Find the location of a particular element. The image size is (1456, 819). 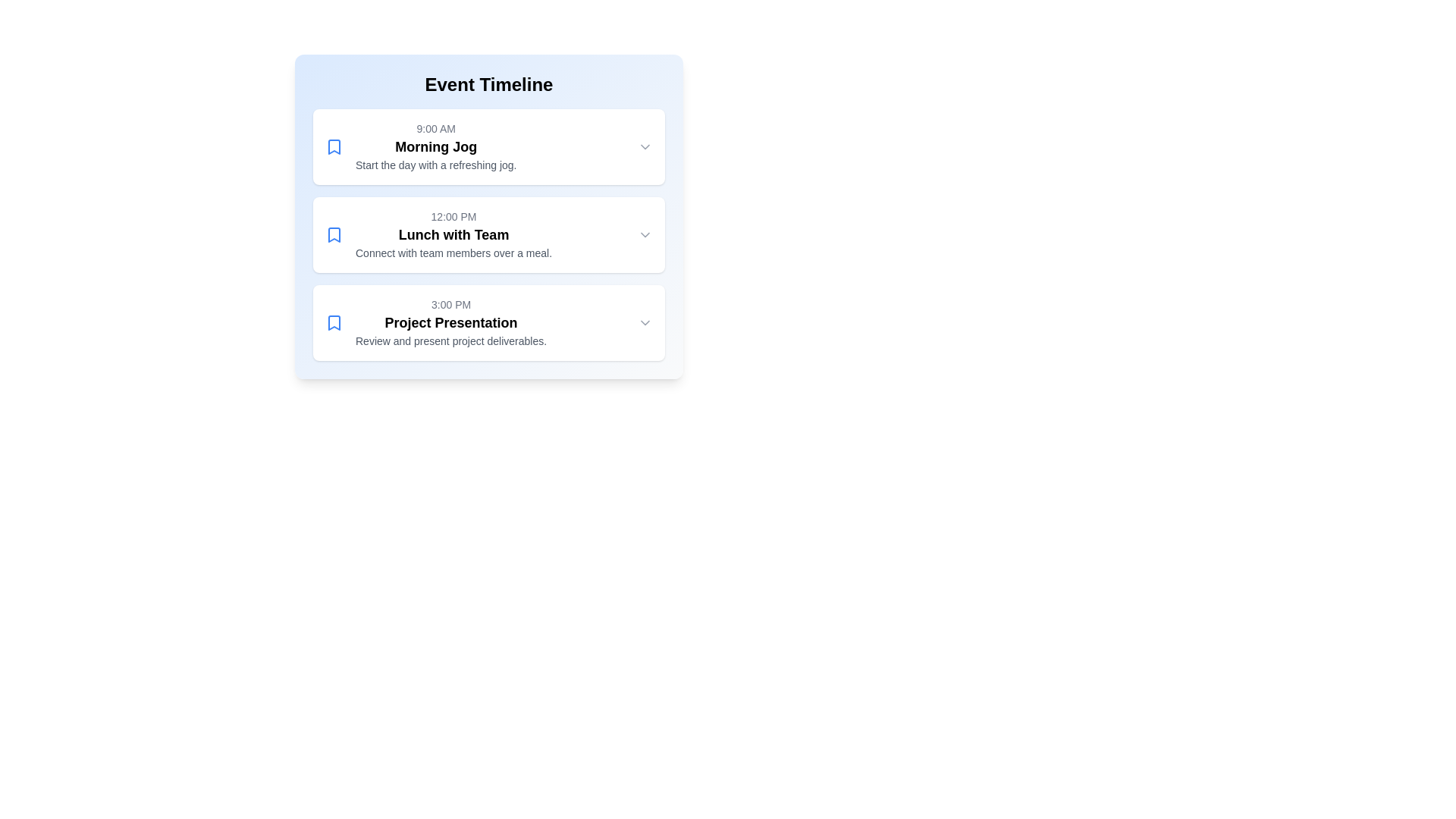

the text block describing the event 'Lunch with Team' scheduled for 12:00 PM, which is located between 'Morning Jog' and 'Project Presentation' in the timeline is located at coordinates (453, 234).